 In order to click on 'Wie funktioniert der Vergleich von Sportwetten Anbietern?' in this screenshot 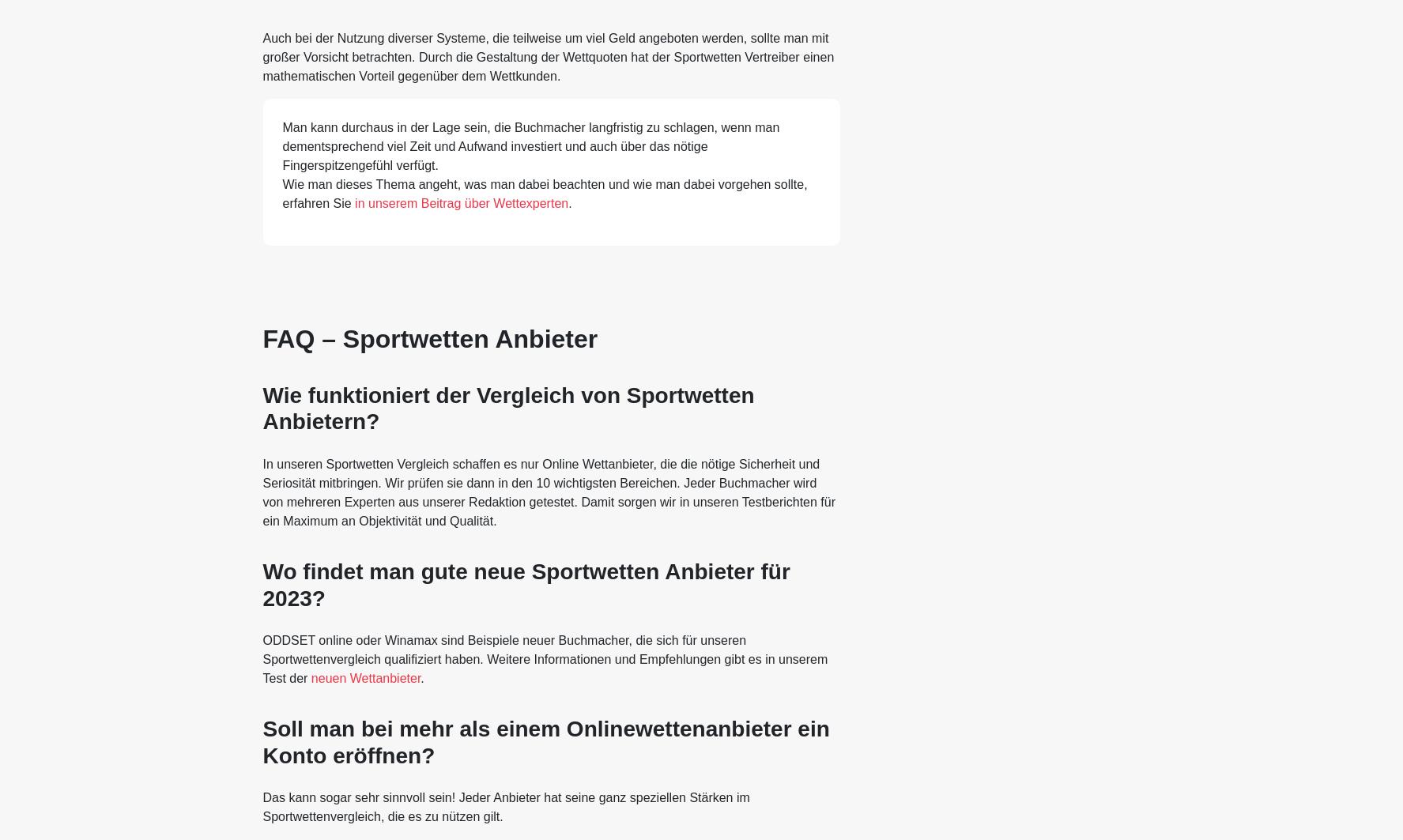, I will do `click(508, 408)`.